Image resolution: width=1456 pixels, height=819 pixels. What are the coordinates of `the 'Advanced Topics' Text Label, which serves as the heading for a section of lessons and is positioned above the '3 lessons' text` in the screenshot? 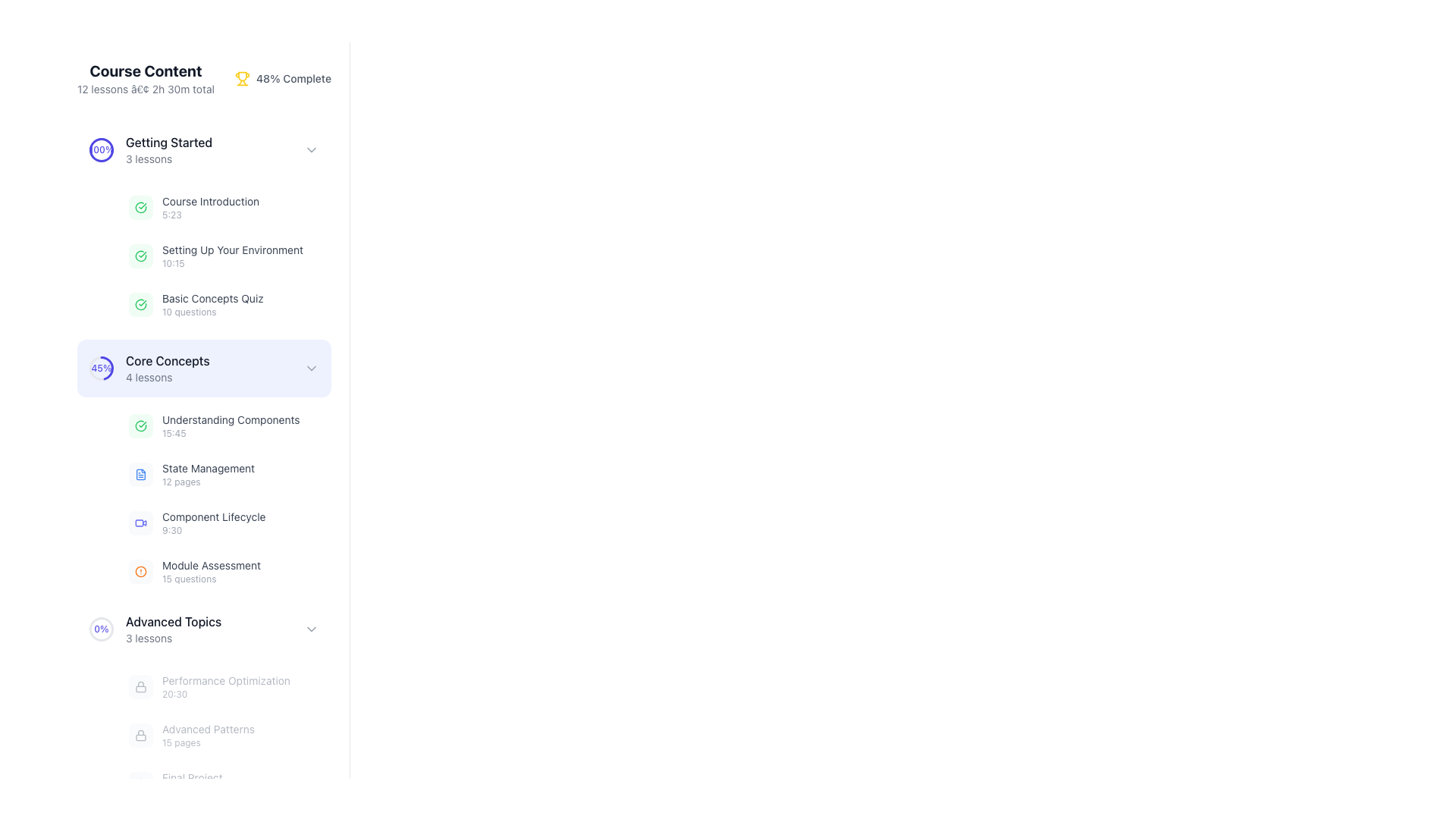 It's located at (174, 622).